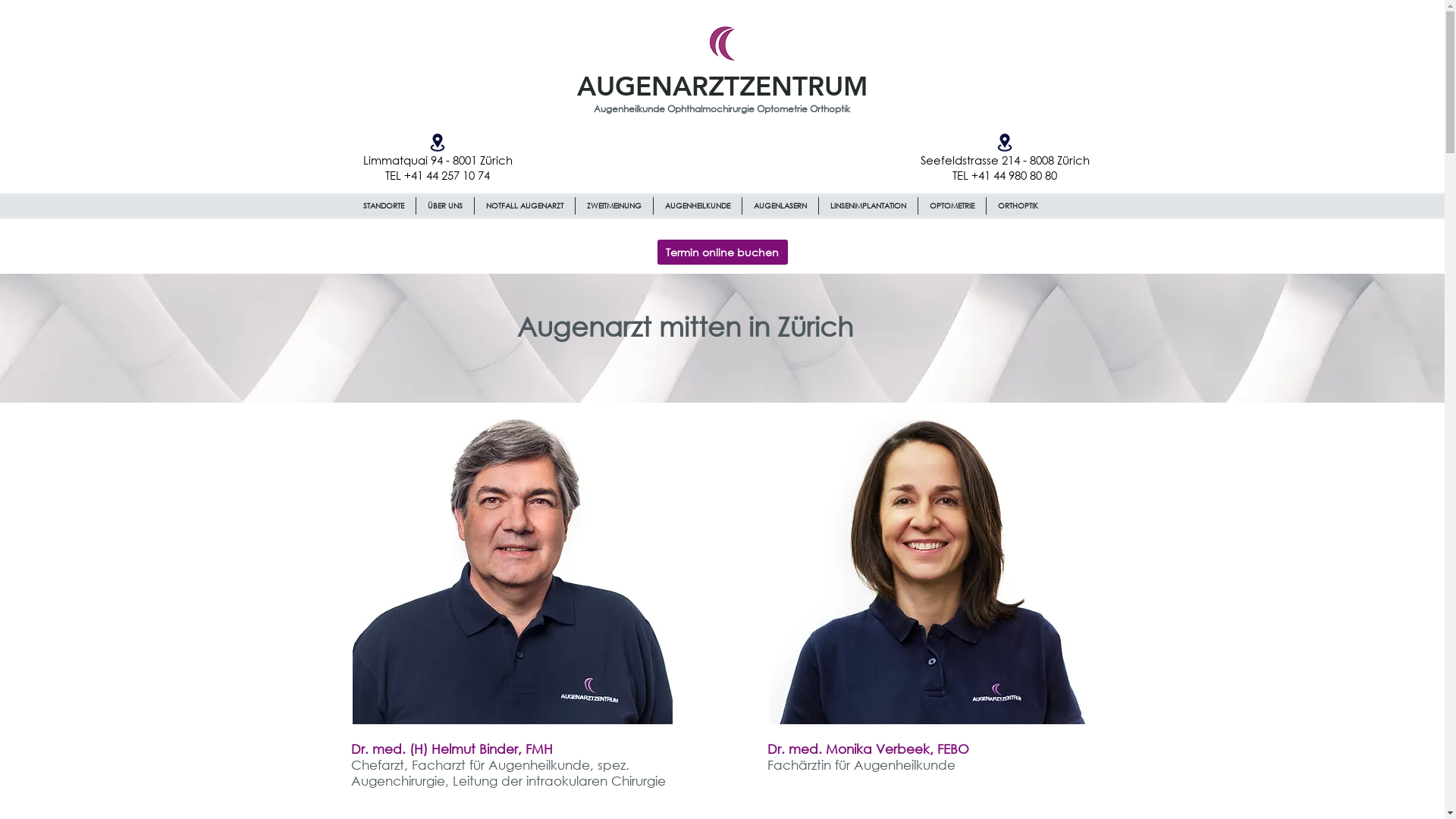 Image resolution: width=1456 pixels, height=819 pixels. I want to click on 'TEL +41 44 257 10 74', so click(436, 175).